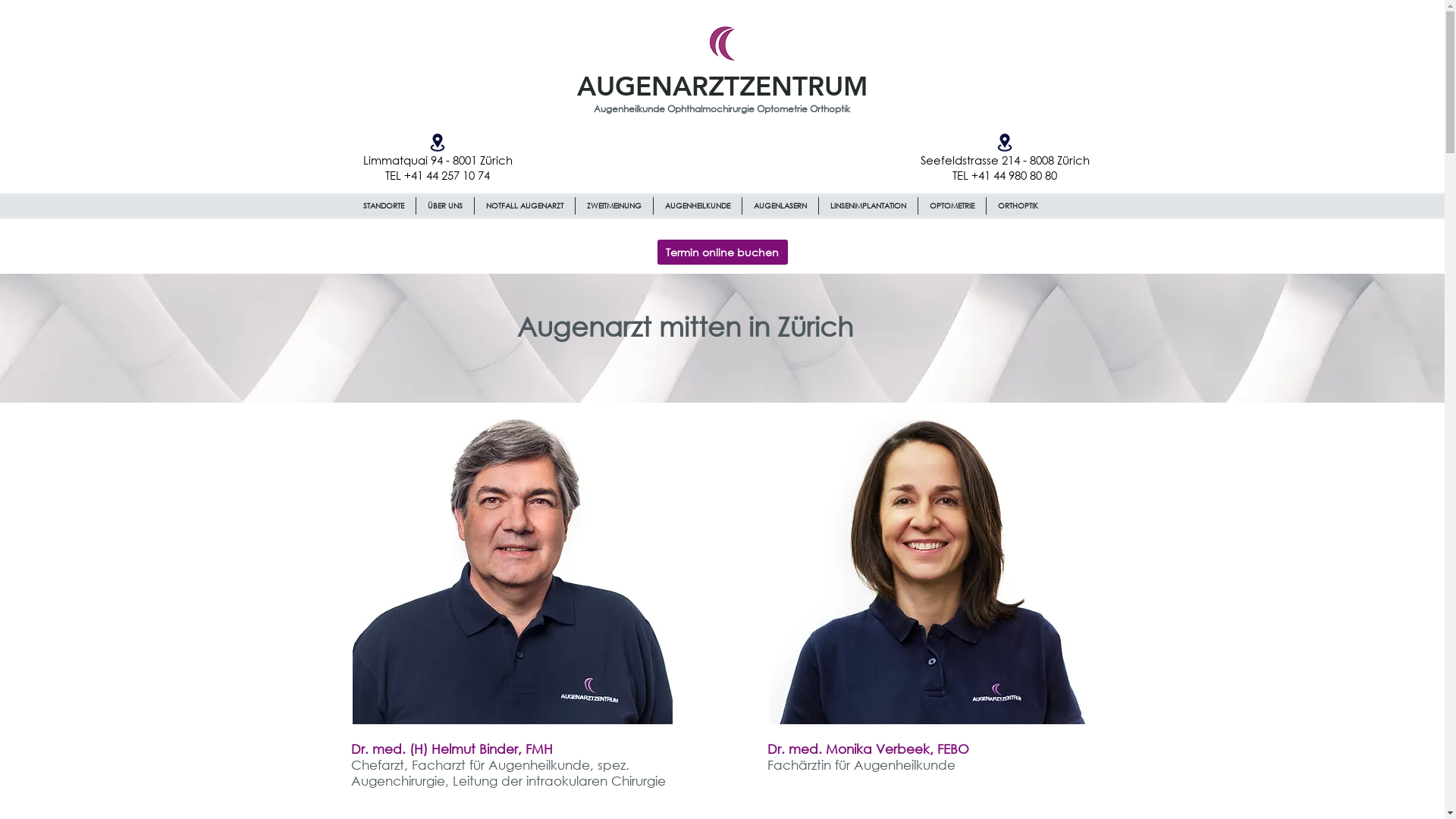 Image resolution: width=1456 pixels, height=819 pixels. I want to click on 'TEL +41 44 257 10 74', so click(436, 175).